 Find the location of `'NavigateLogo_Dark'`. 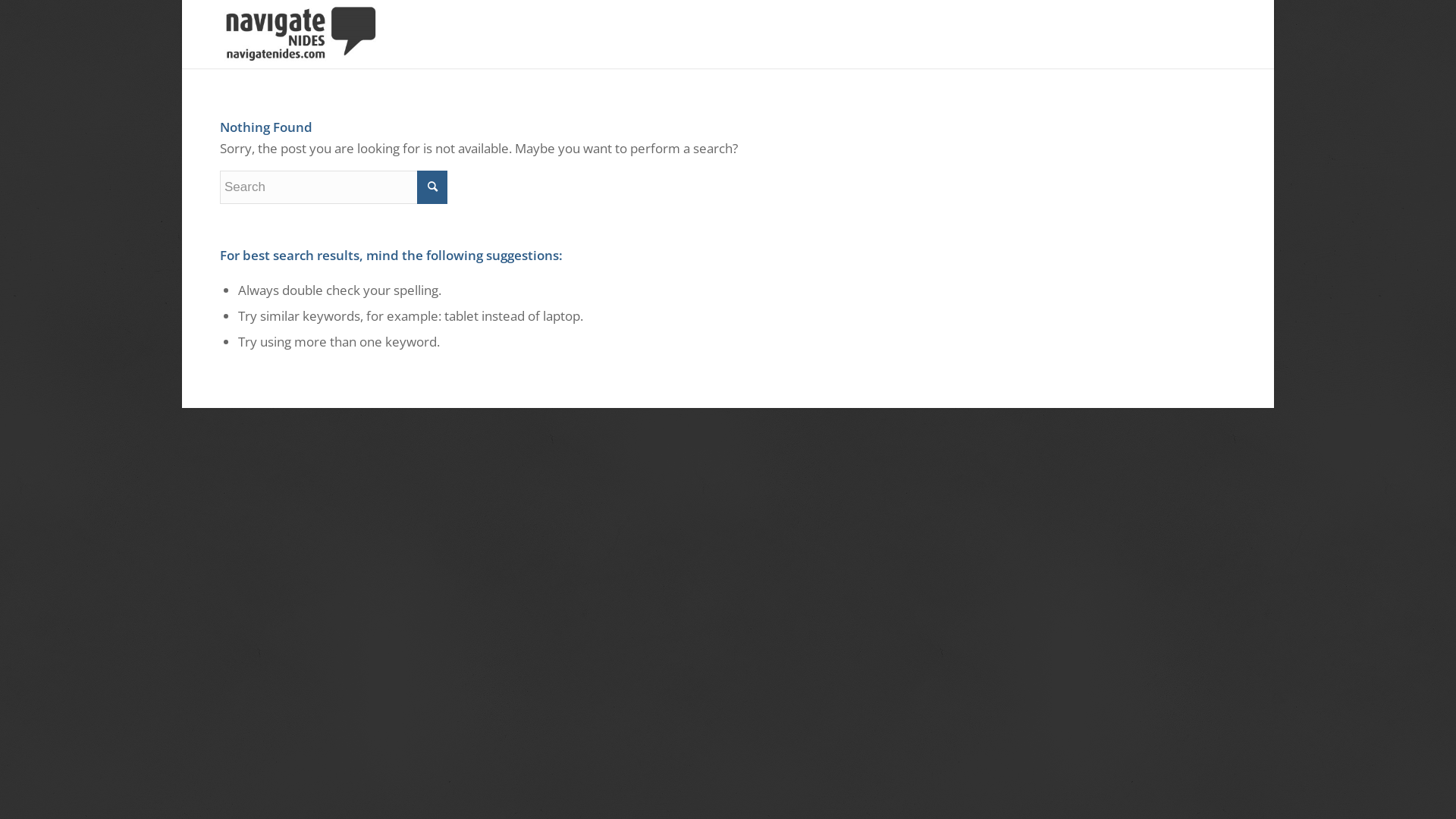

'NavigateLogo_Dark' is located at coordinates (301, 34).